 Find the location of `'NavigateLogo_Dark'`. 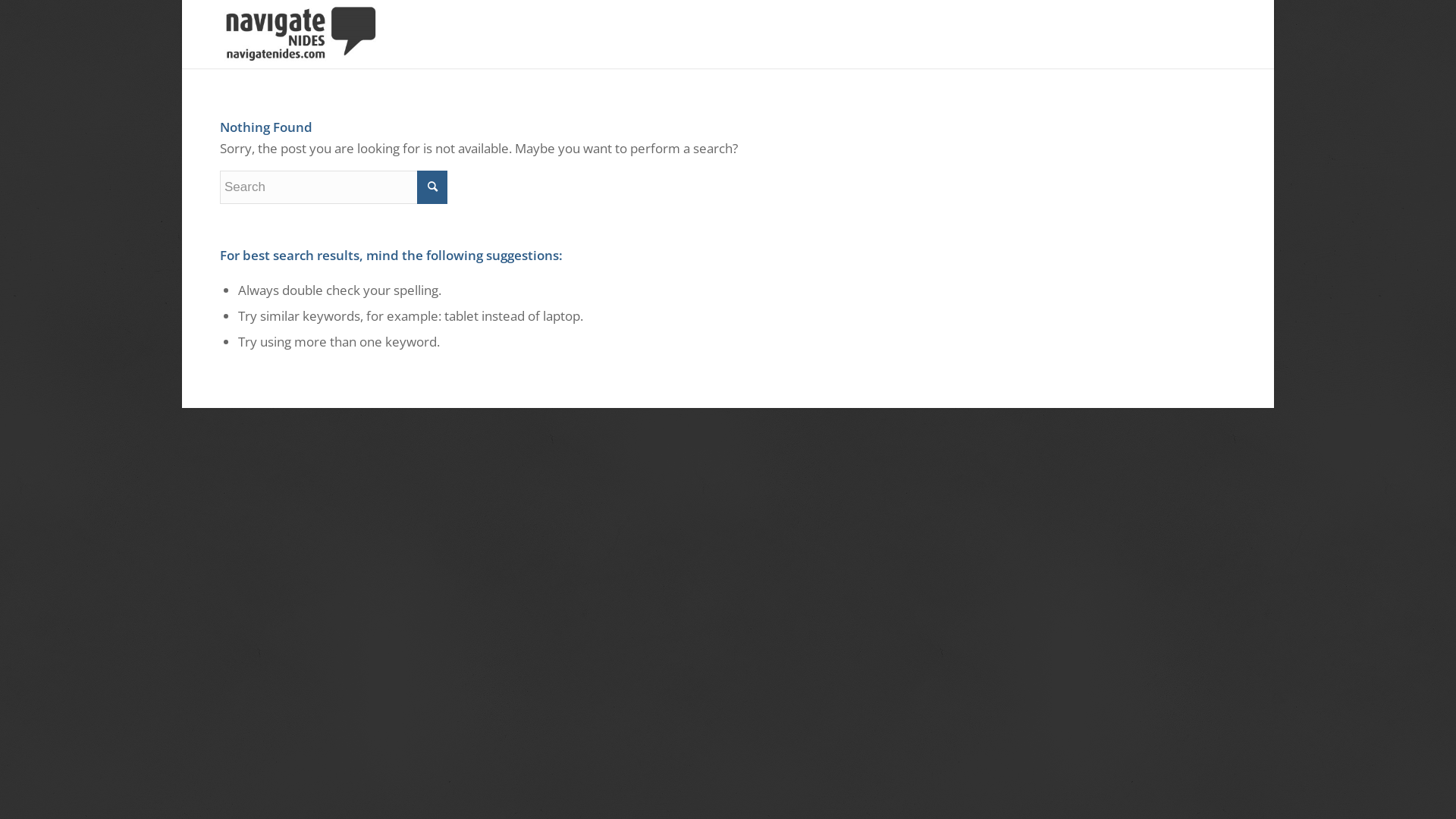

'NavigateLogo_Dark' is located at coordinates (301, 34).